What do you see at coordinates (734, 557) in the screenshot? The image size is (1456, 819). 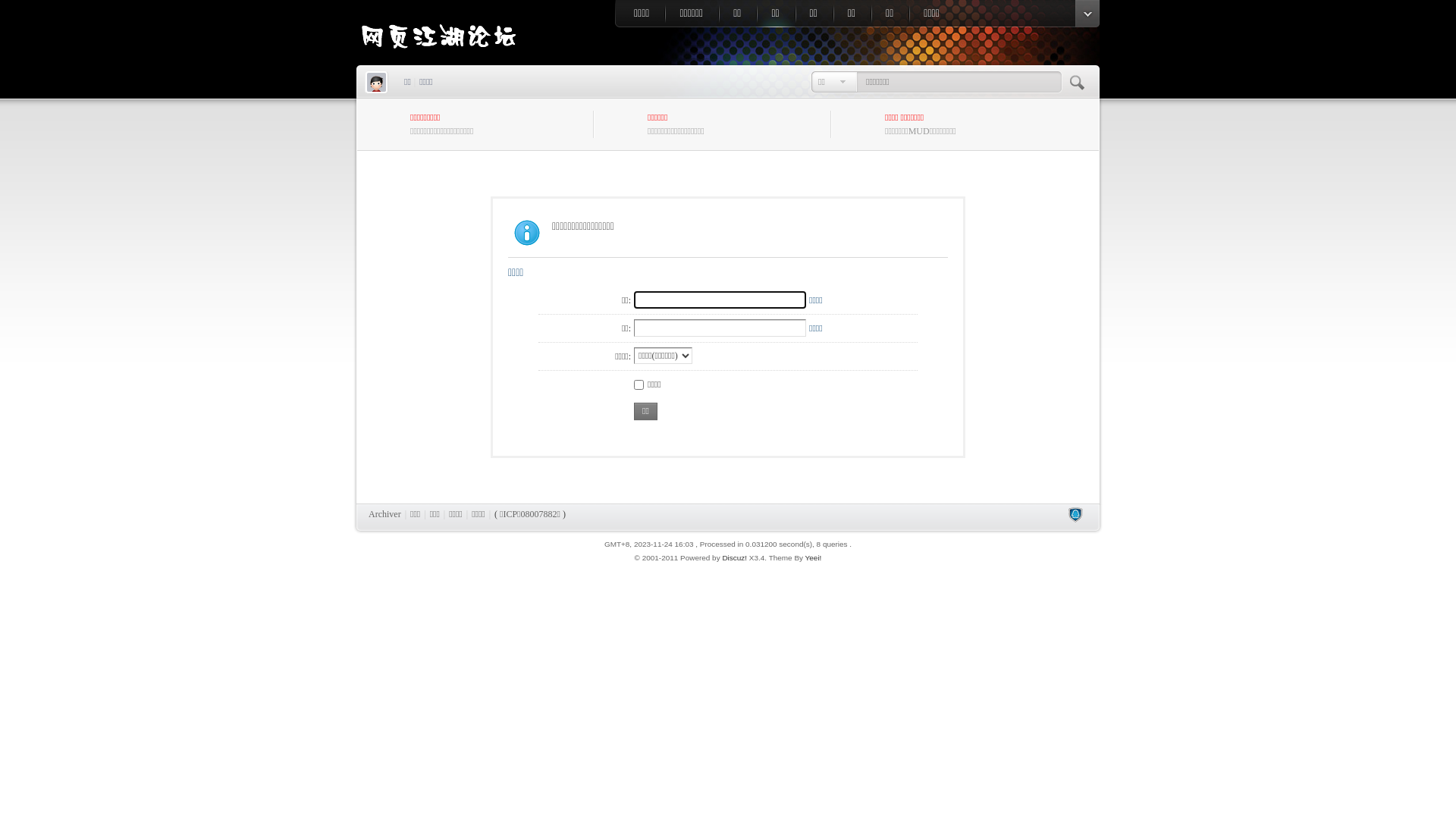 I see `'Discuz!'` at bounding box center [734, 557].